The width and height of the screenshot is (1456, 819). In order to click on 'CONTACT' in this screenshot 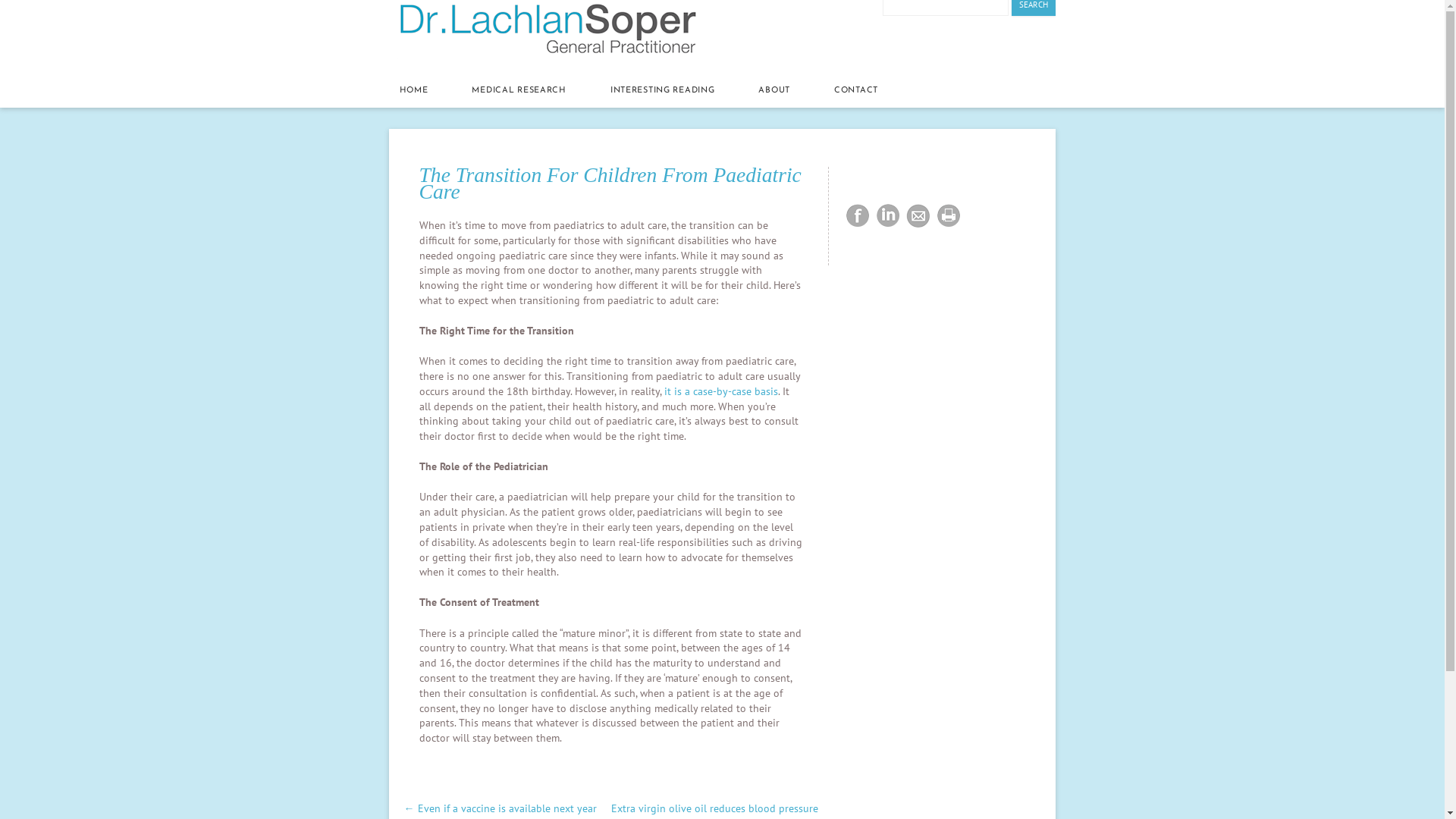, I will do `click(833, 91)`.